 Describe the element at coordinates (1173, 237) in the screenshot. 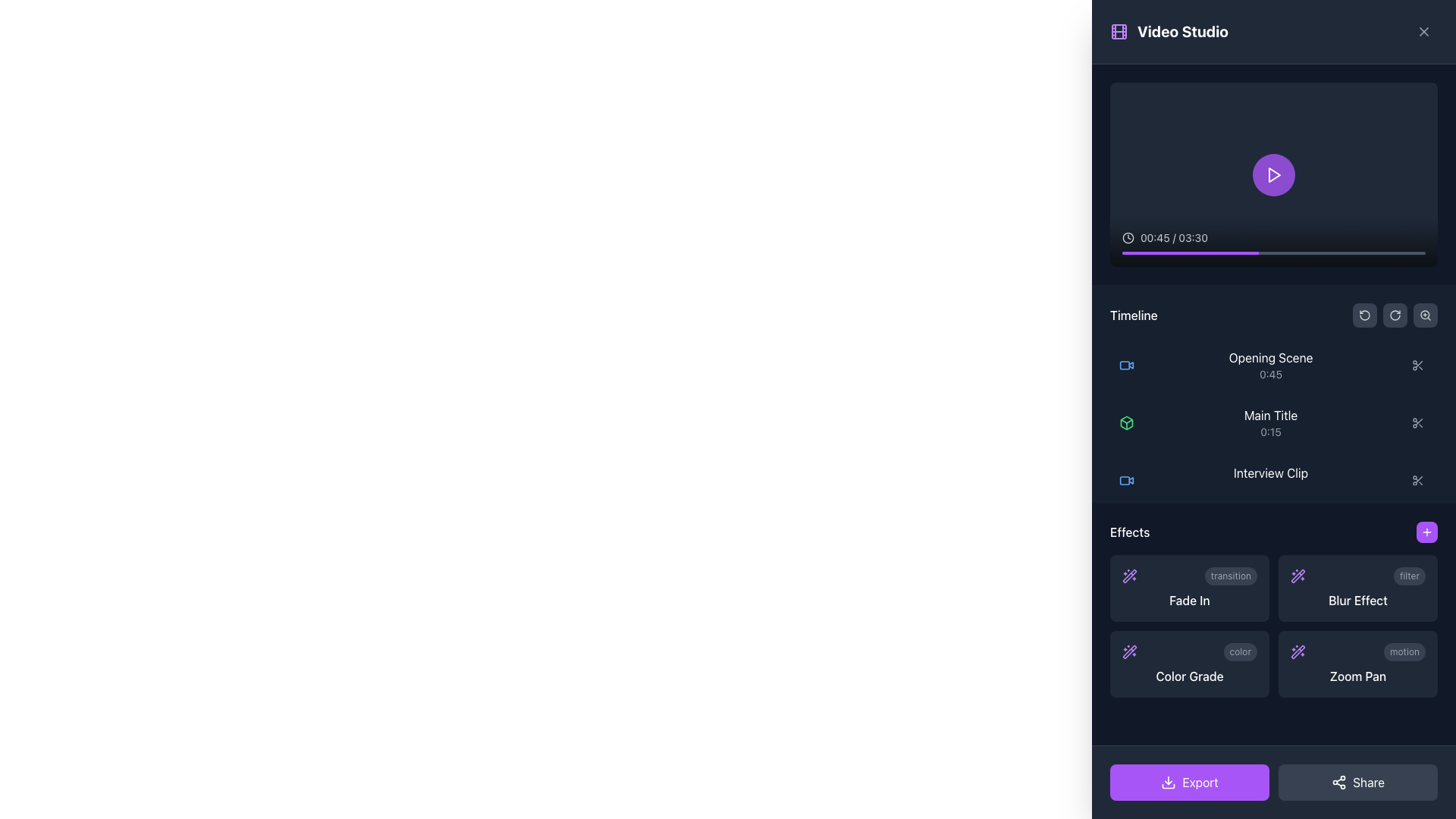

I see `the progress time text element located near the bottom of the video preview area, next to the clock icon` at that location.